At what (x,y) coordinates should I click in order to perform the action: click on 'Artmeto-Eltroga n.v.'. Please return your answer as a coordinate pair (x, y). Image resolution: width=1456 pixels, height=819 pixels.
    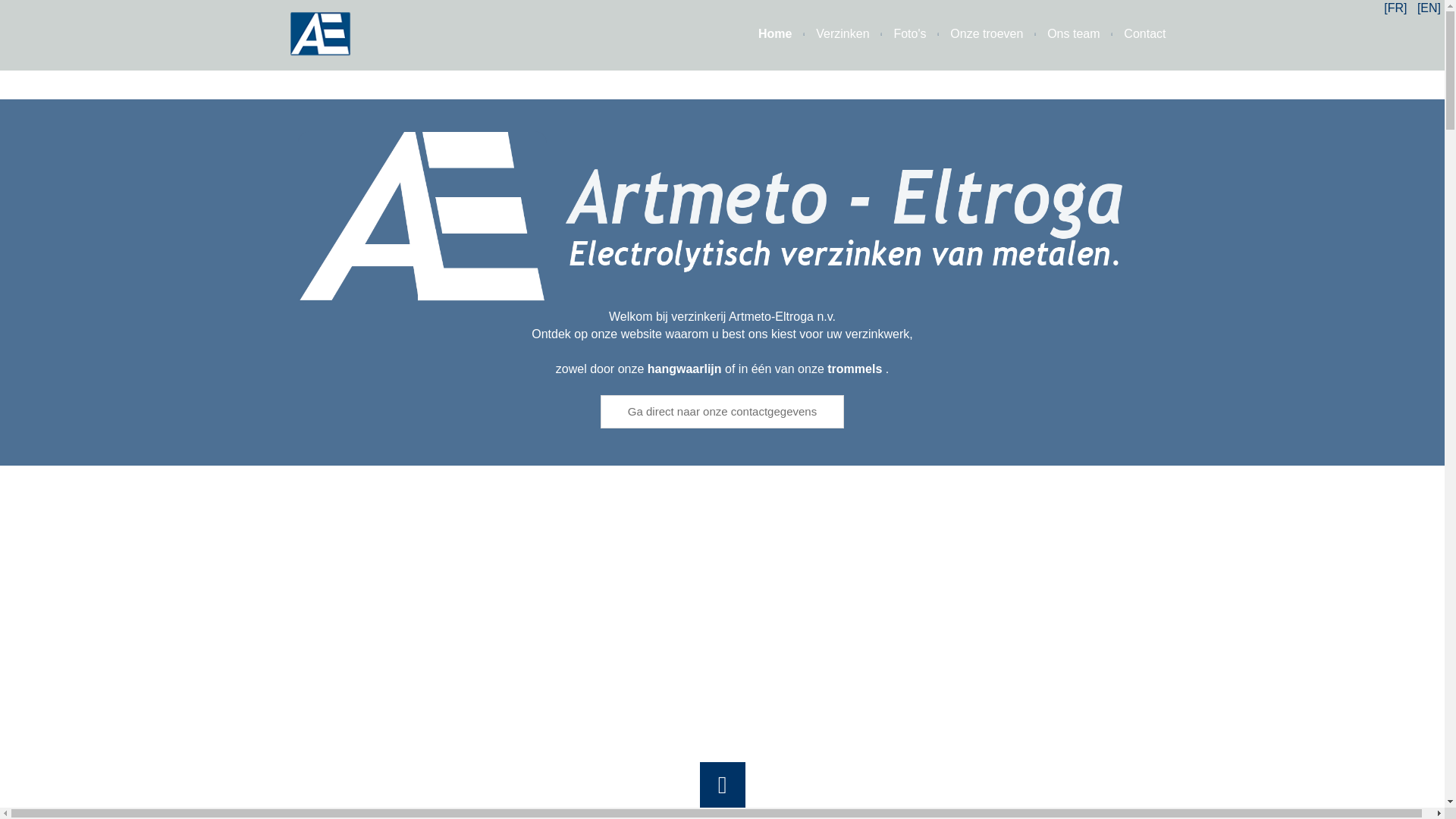
    Looking at the image, I should click on (720, 219).